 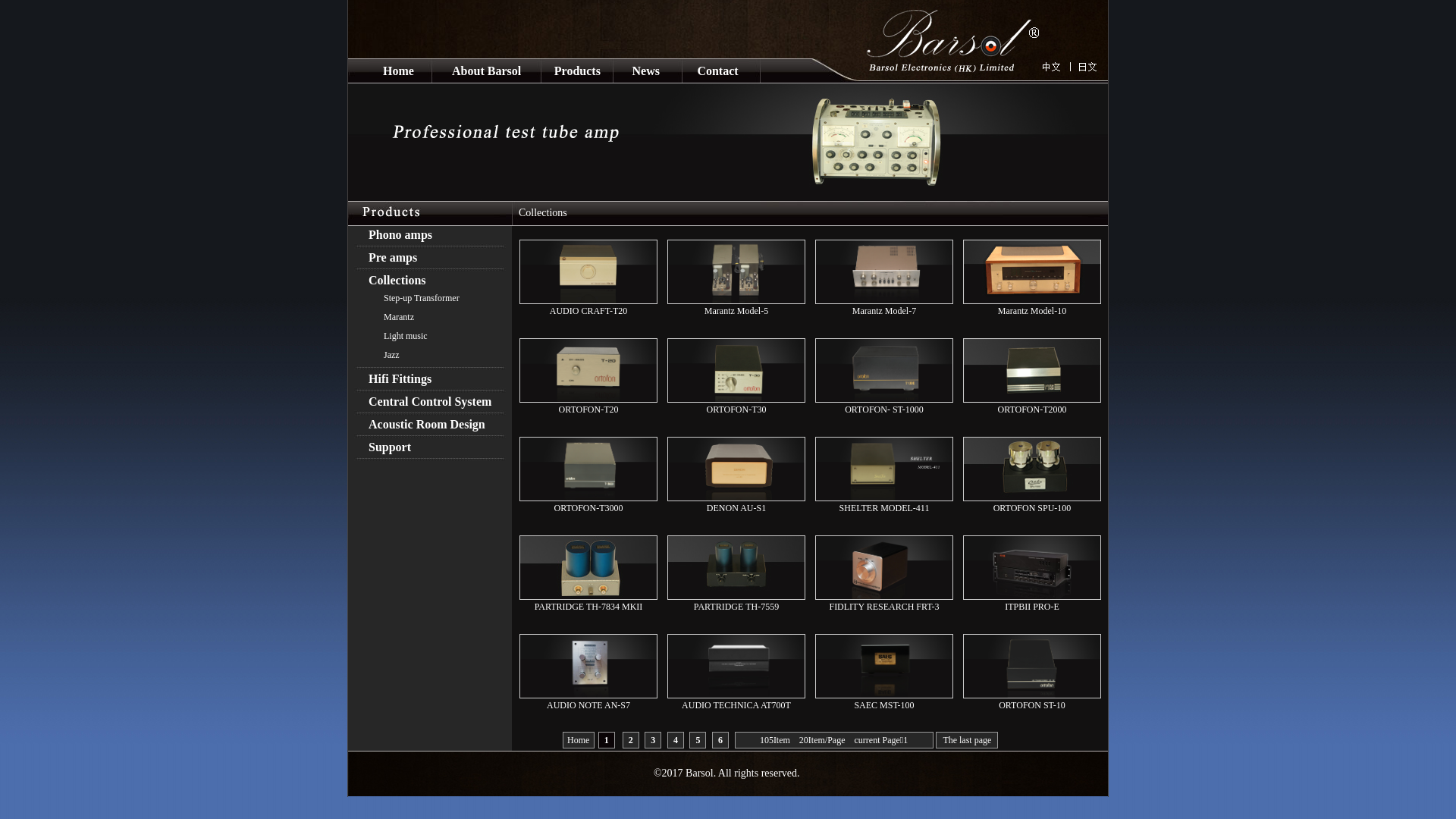 What do you see at coordinates (428, 446) in the screenshot?
I see `'Support'` at bounding box center [428, 446].